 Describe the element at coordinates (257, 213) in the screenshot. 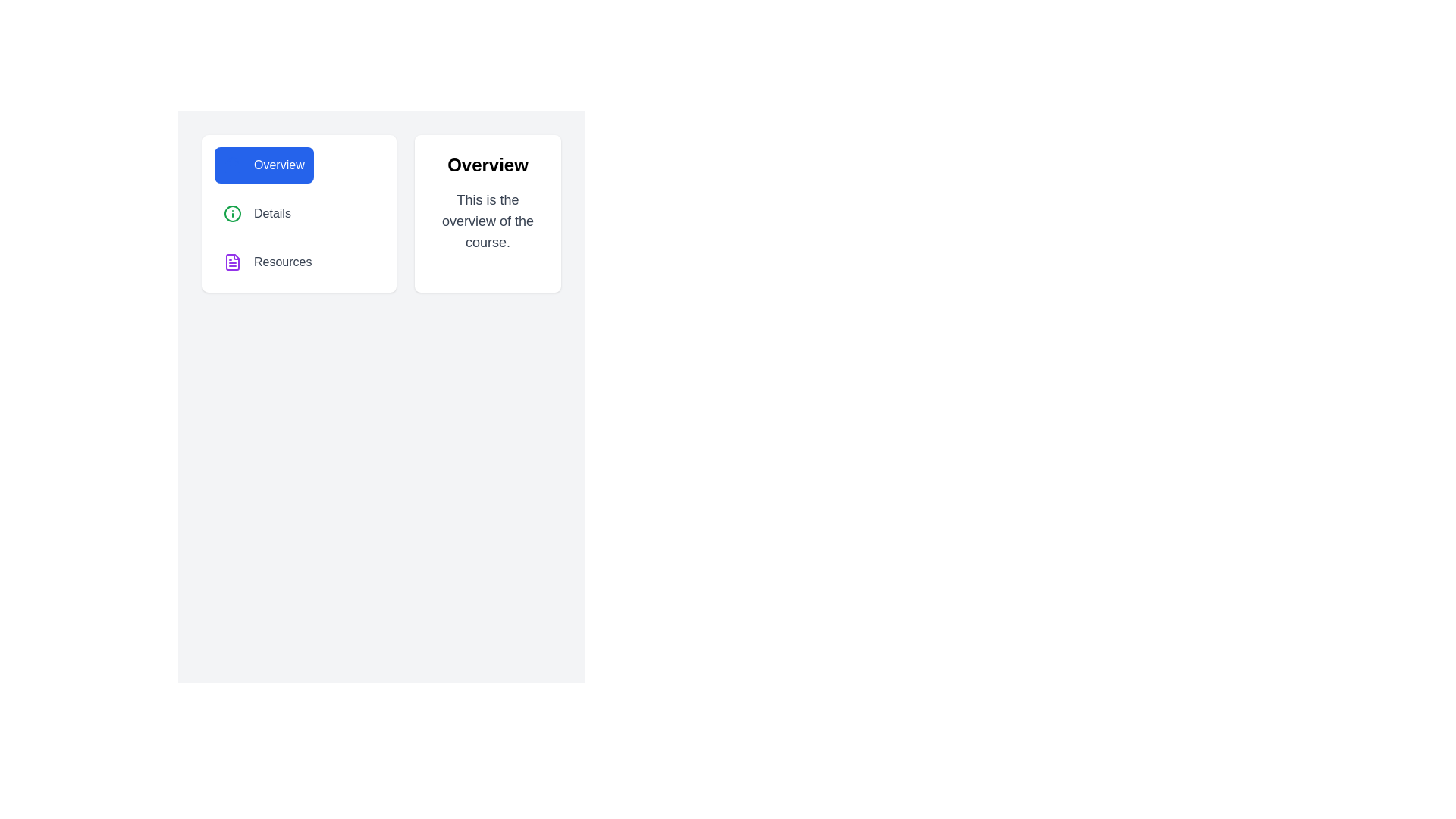

I see `keyboard navigation` at that location.